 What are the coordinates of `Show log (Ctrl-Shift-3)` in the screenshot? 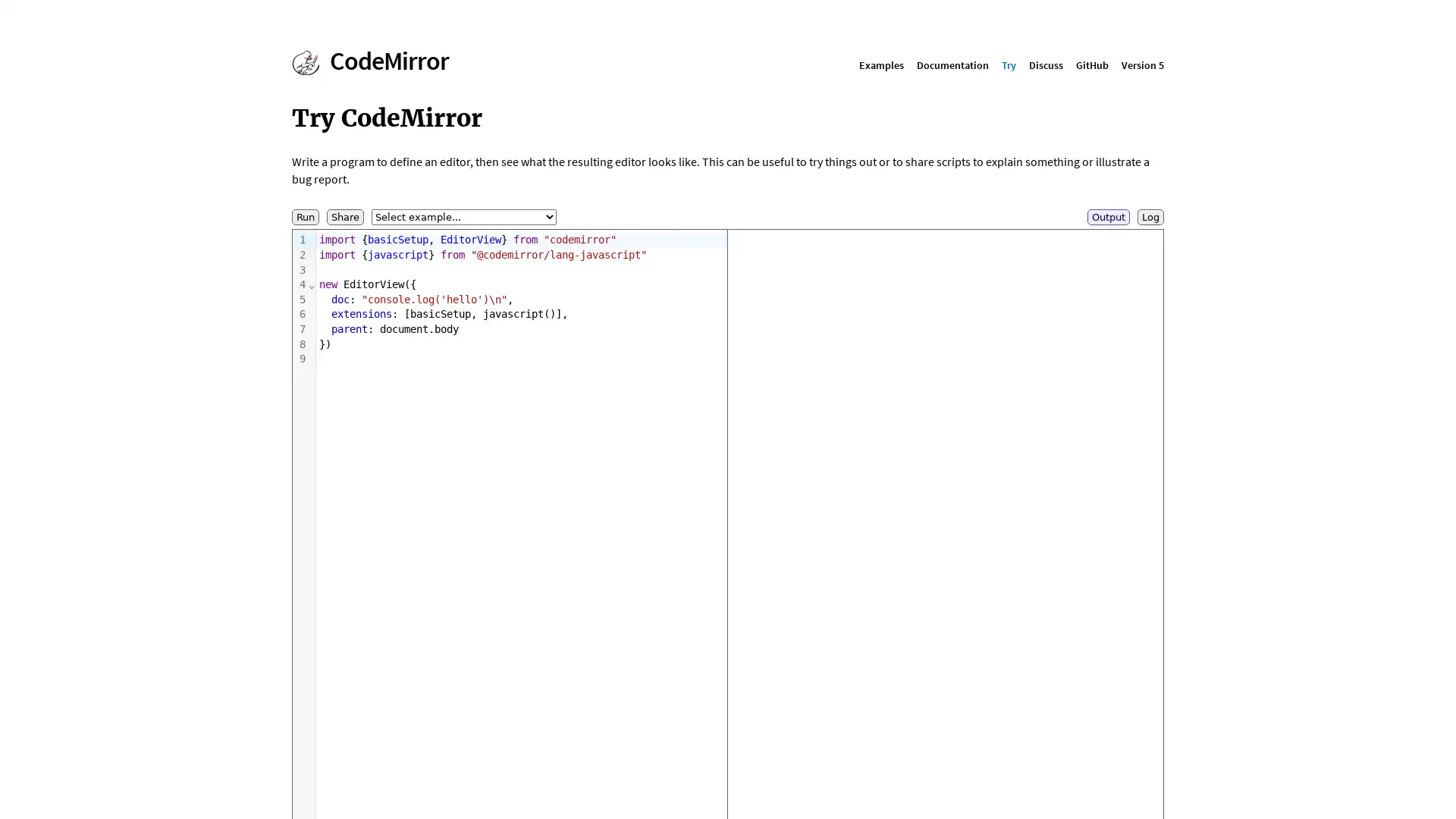 It's located at (1150, 217).